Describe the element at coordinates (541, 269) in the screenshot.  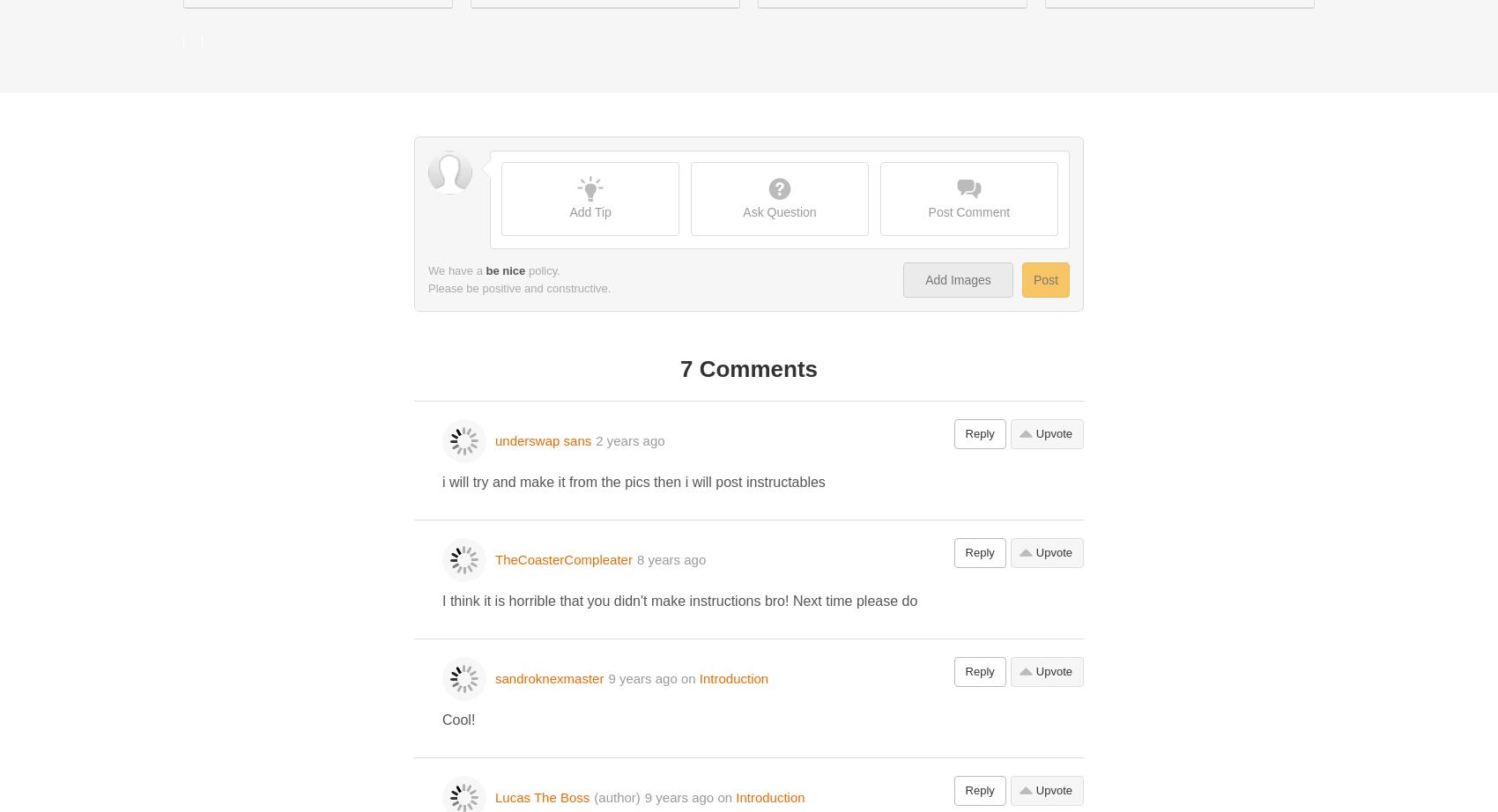
I see `'policy.'` at that location.